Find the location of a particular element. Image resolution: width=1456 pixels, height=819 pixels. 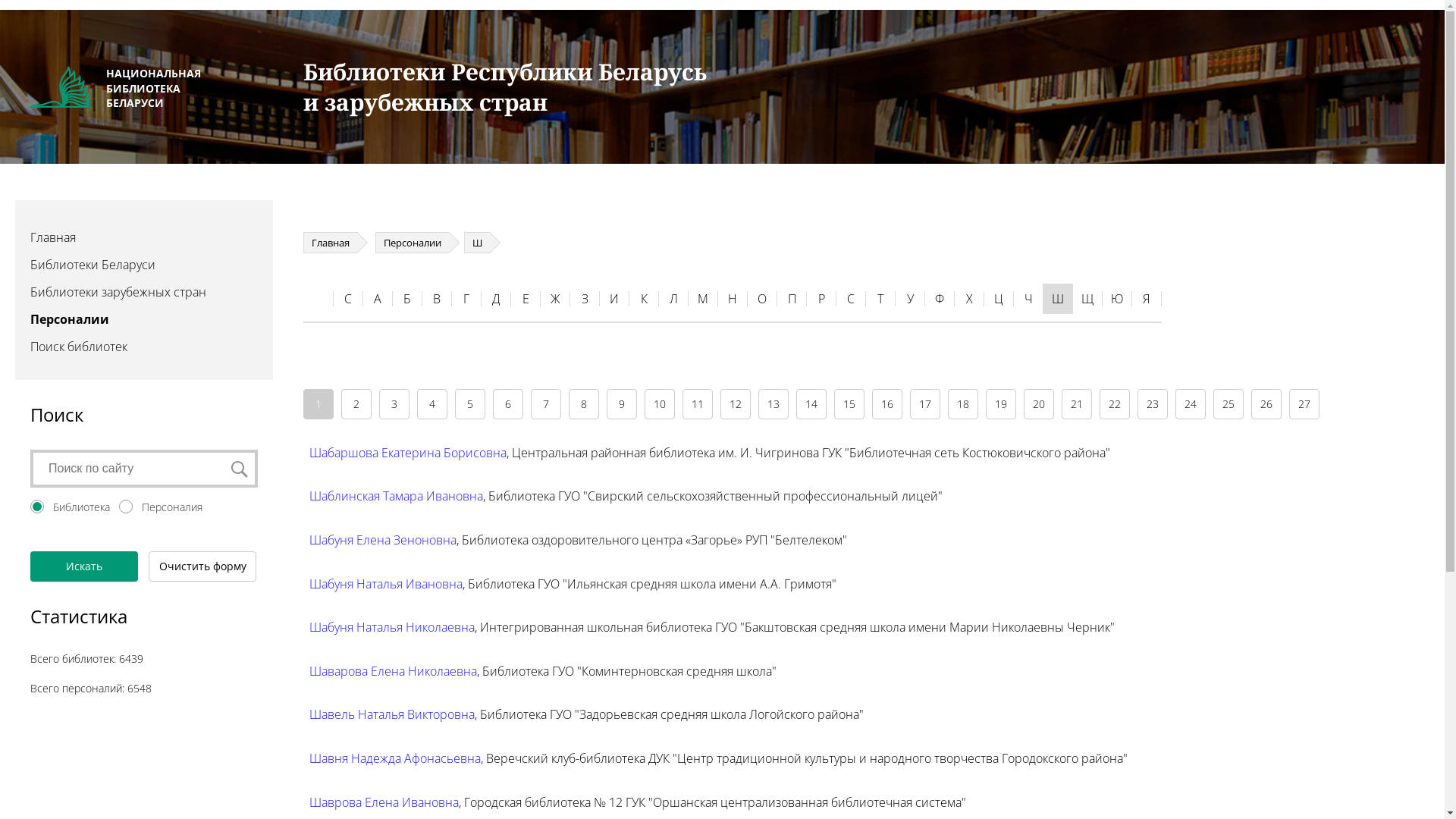

'19' is located at coordinates (1001, 403).